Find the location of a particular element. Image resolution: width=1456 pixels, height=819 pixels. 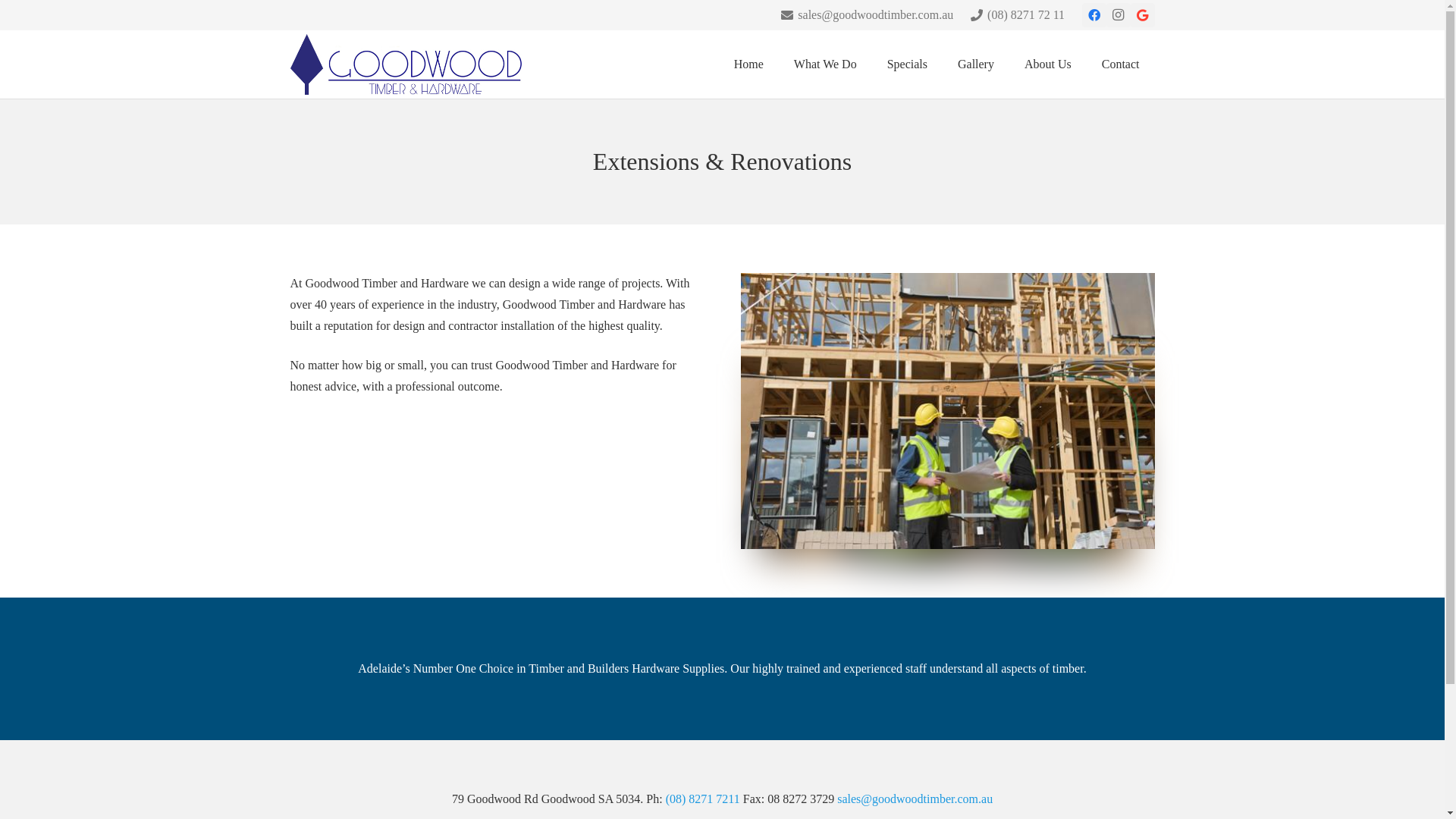

'About Us' is located at coordinates (1047, 63).